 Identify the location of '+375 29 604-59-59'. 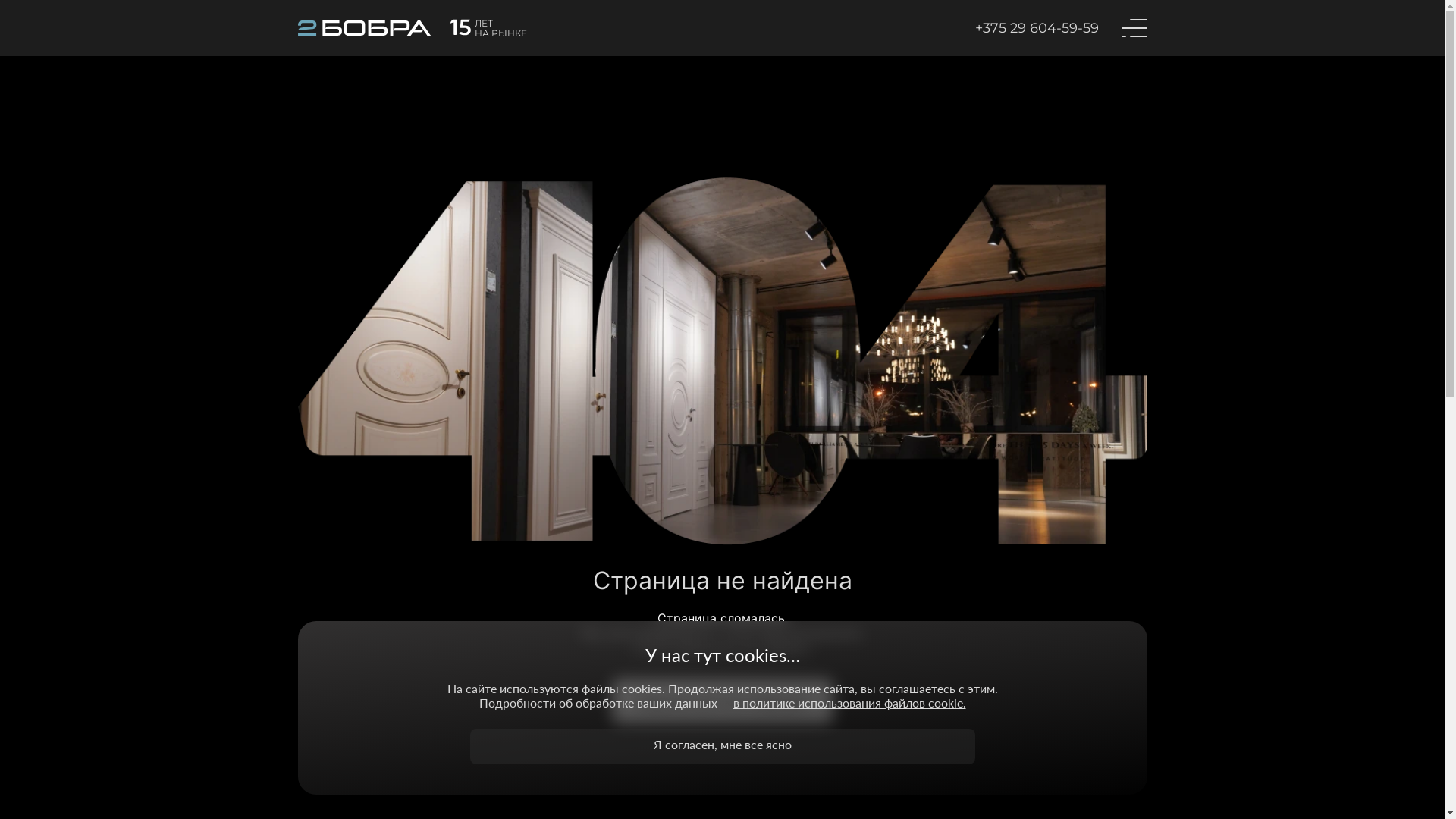
(1036, 28).